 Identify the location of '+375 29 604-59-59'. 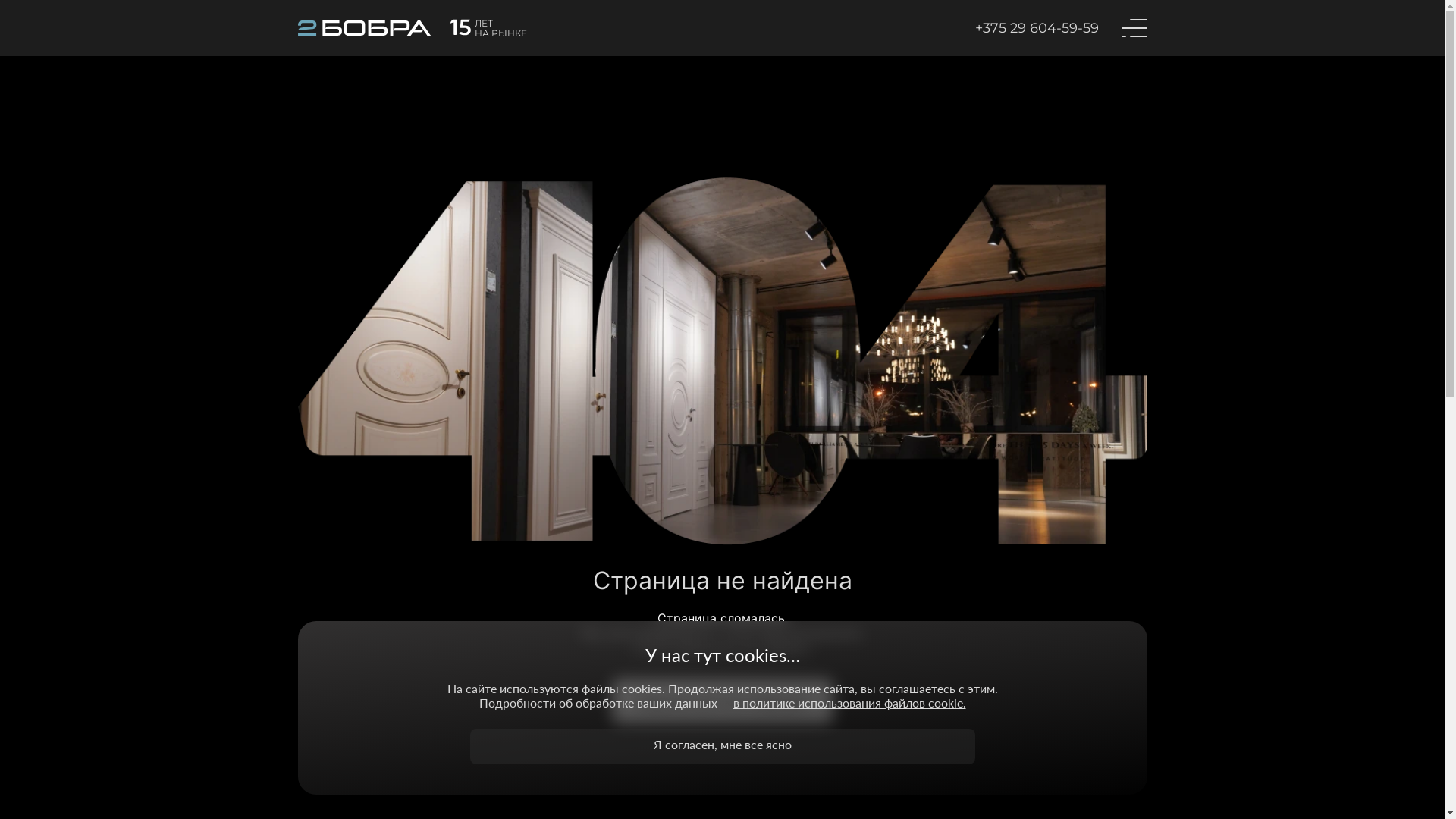
(1036, 28).